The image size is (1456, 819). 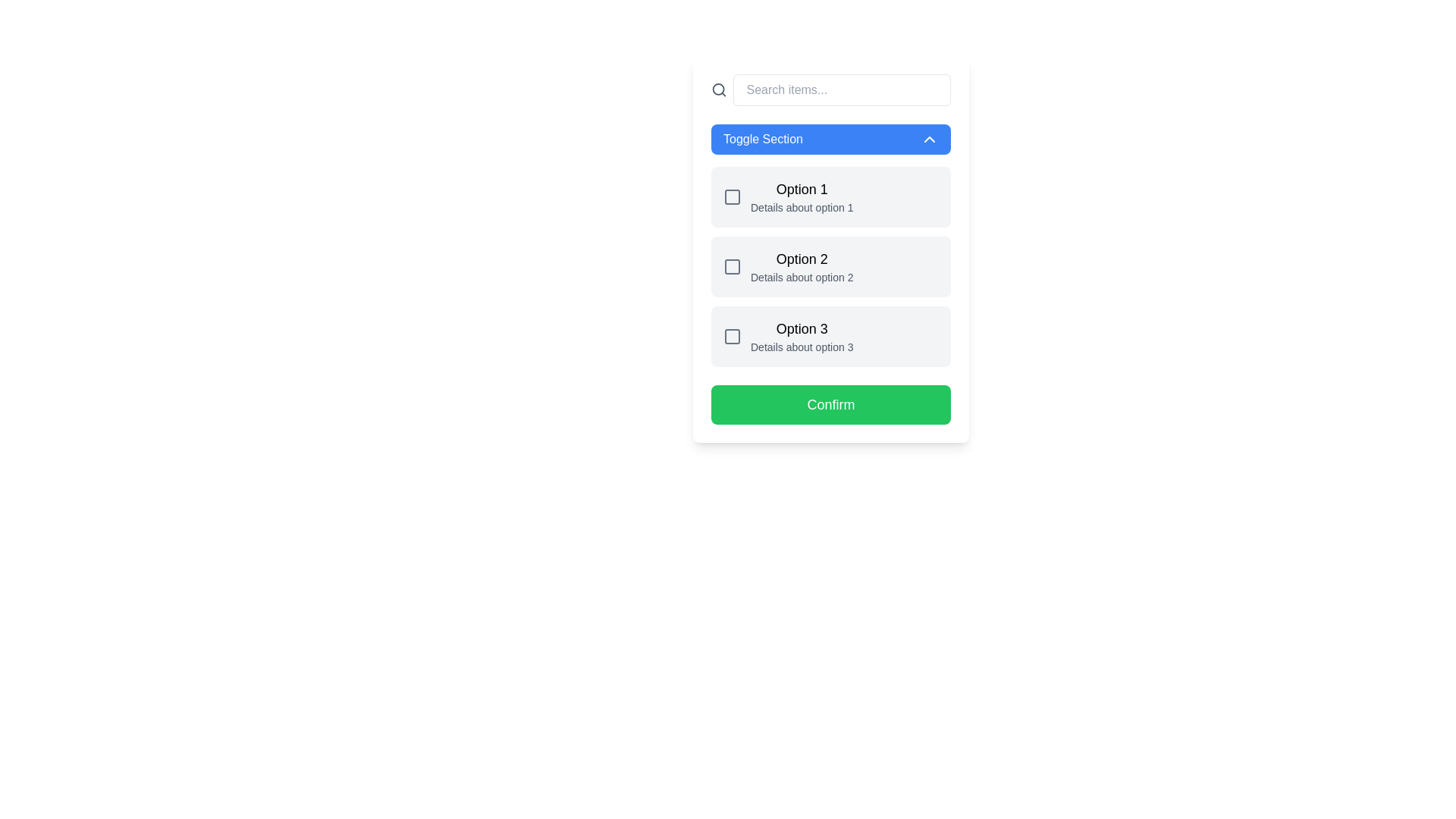 What do you see at coordinates (788, 196) in the screenshot?
I see `text of the first selectable list item with checkbox located below the 'Toggle Section'` at bounding box center [788, 196].